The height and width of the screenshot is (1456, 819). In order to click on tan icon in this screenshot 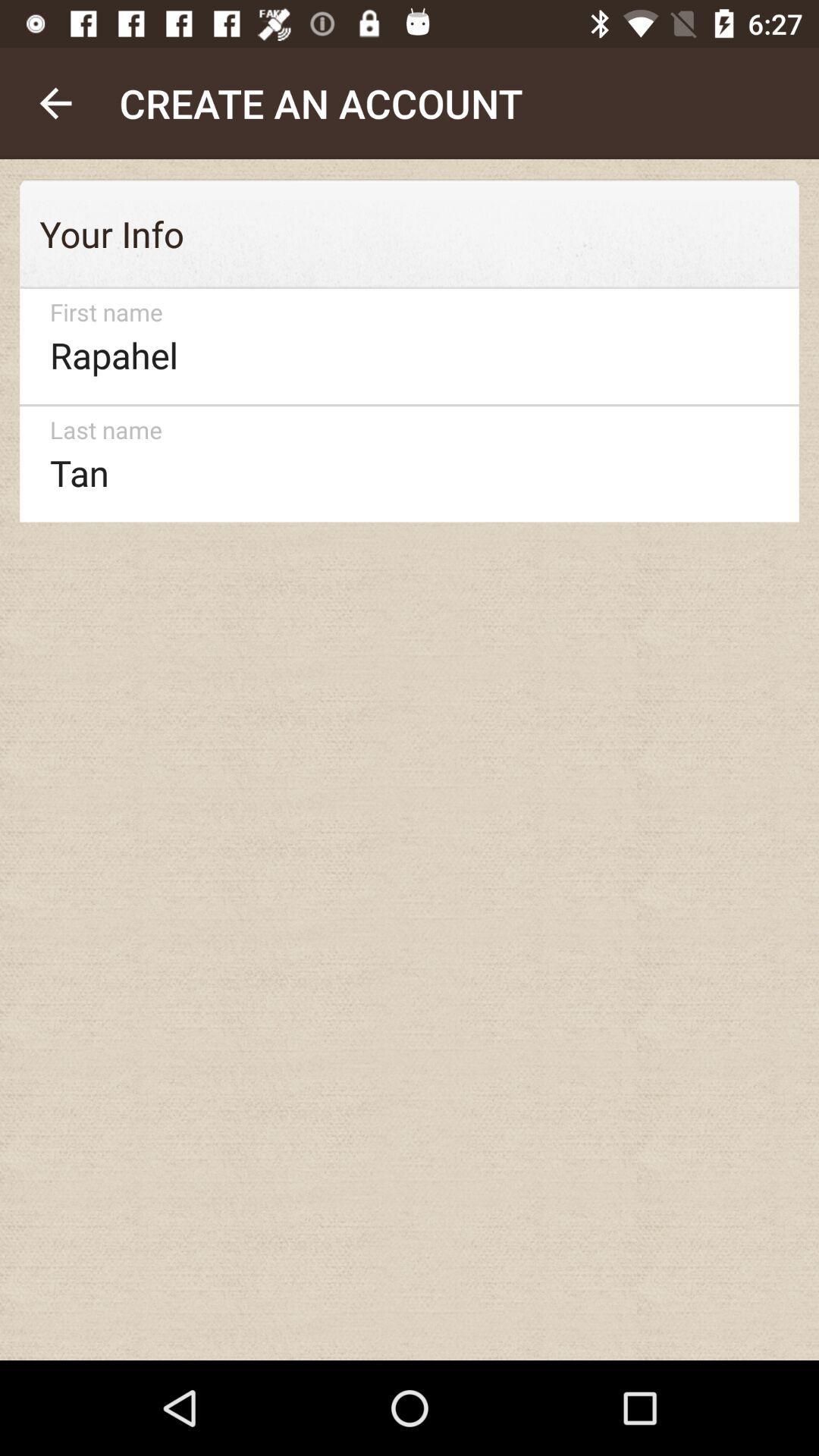, I will do `click(402, 463)`.